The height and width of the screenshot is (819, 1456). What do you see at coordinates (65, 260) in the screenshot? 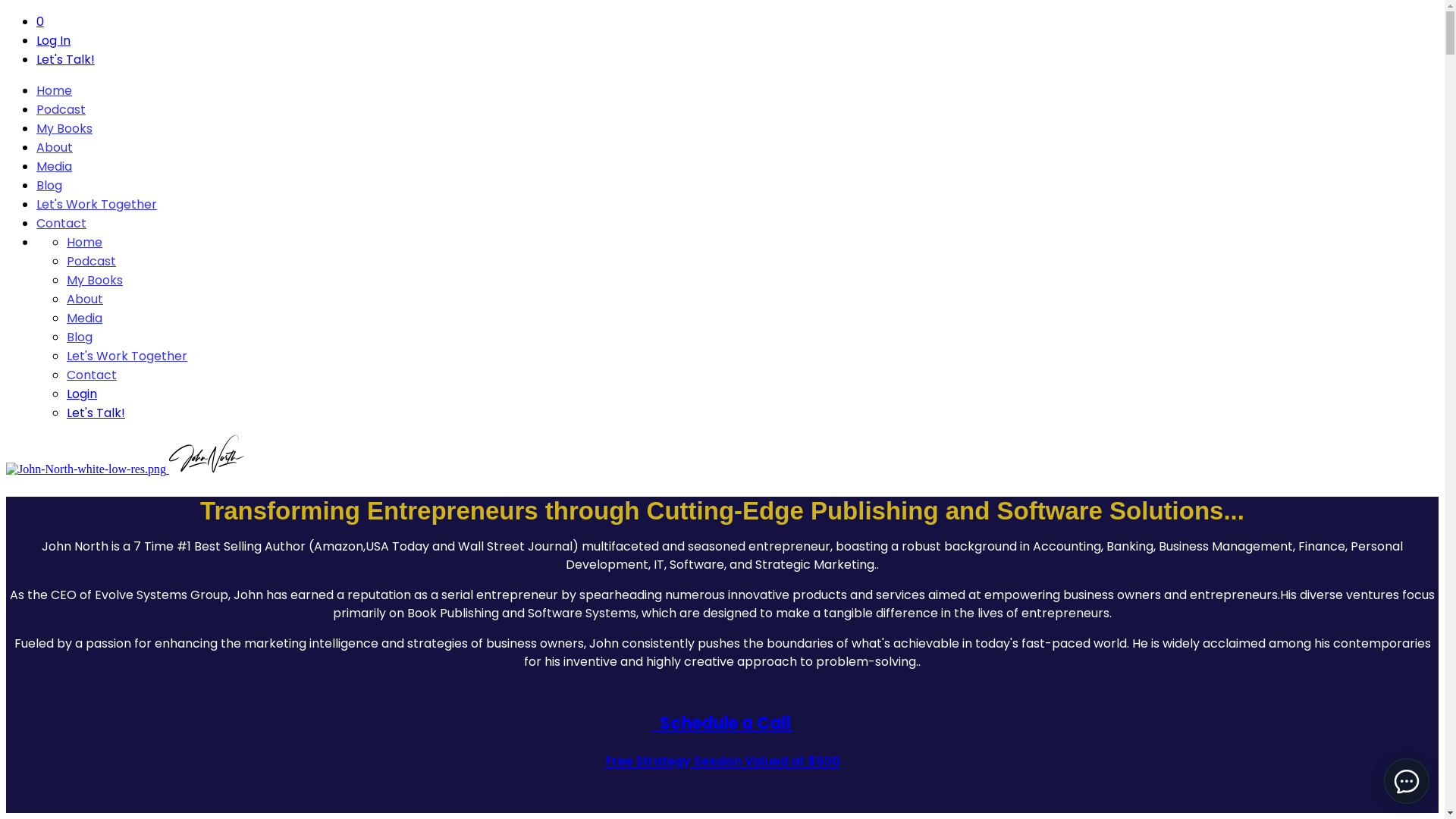
I see `'Podcast'` at bounding box center [65, 260].